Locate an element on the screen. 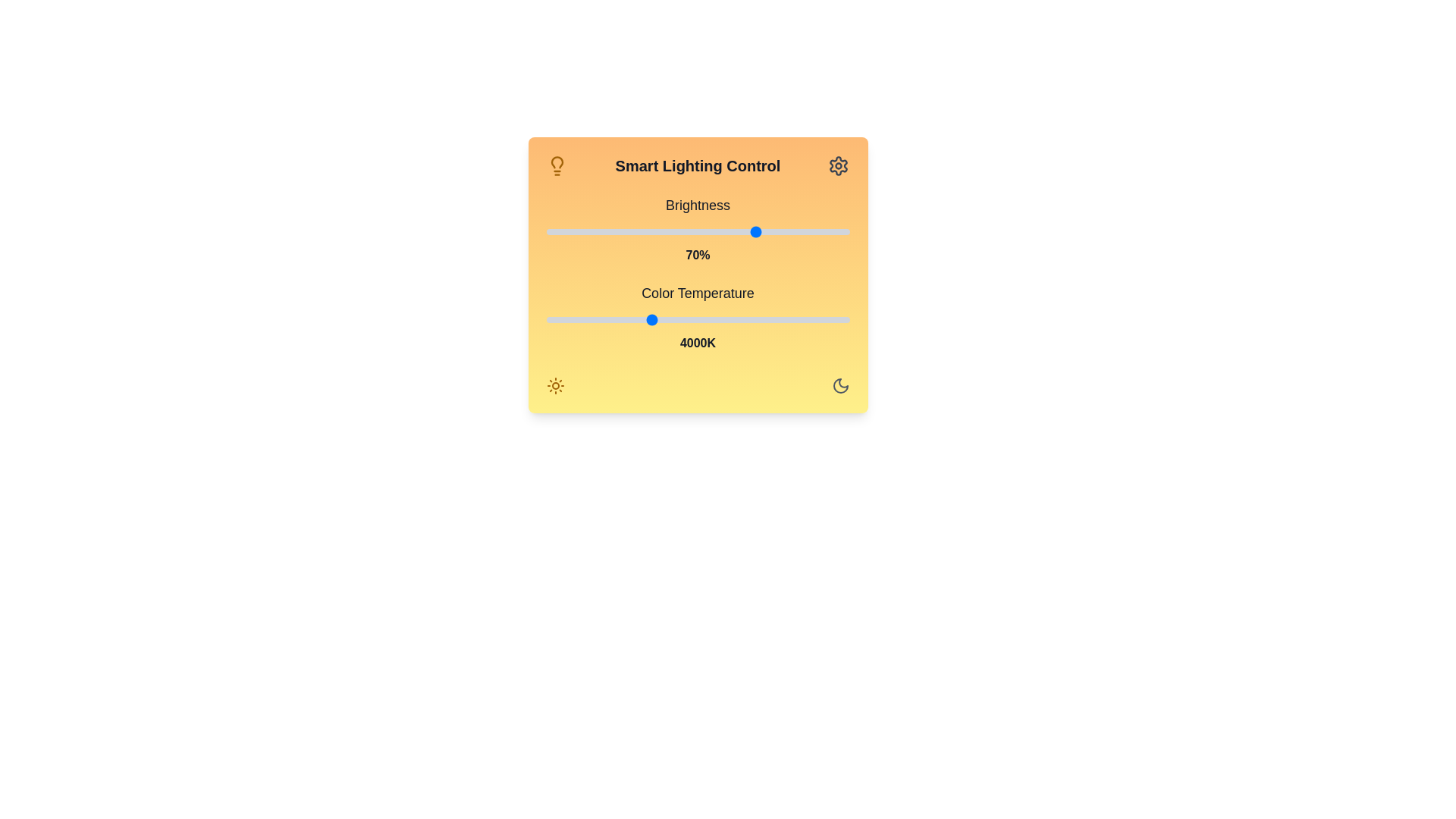 The height and width of the screenshot is (819, 1456). the Moon icon to change the lighting mode is located at coordinates (839, 385).